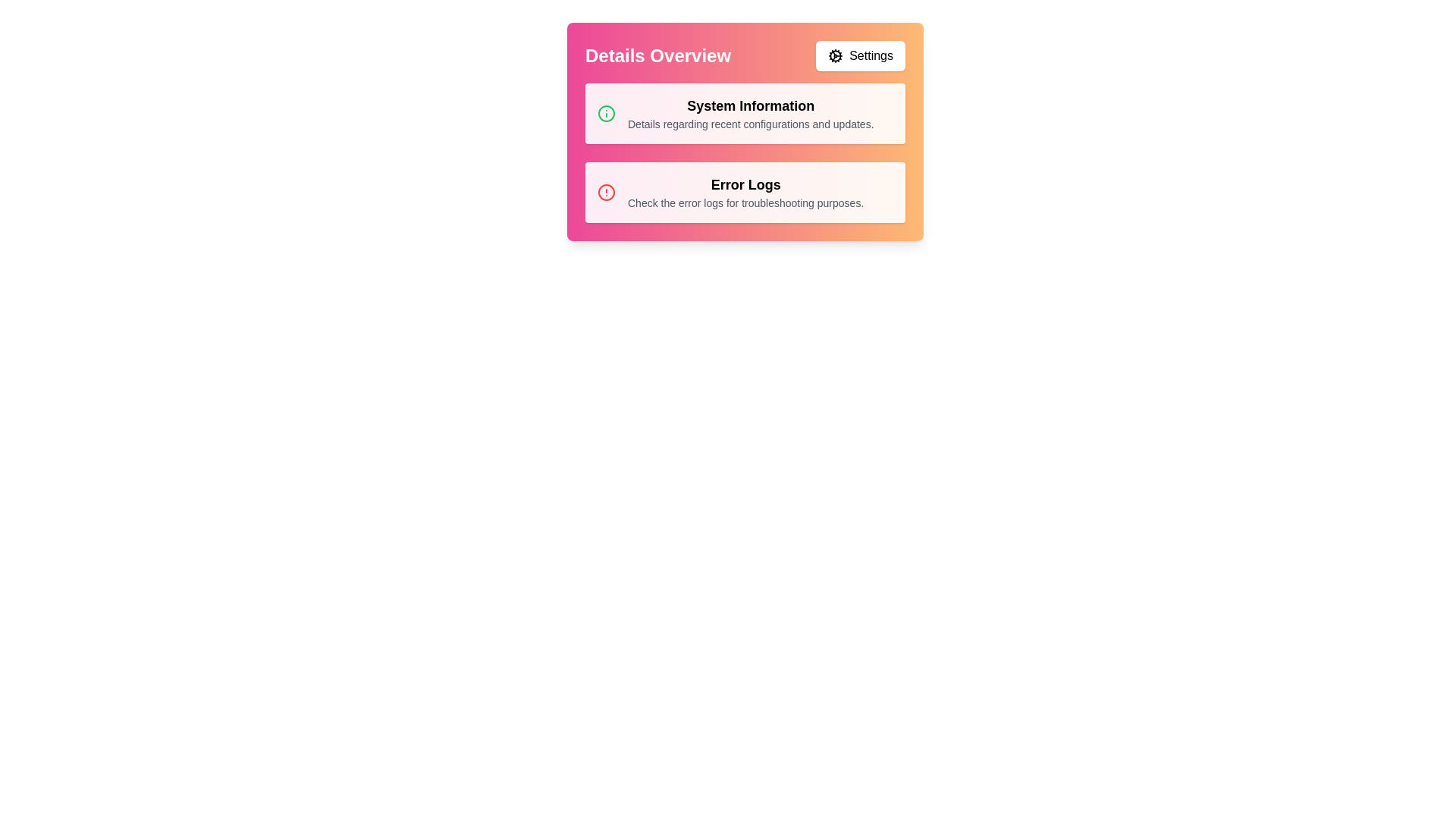 The height and width of the screenshot is (819, 1456). Describe the element at coordinates (751, 124) in the screenshot. I see `text label located below the 'System Information' heading, which is styled with a smaller font and grayish color` at that location.